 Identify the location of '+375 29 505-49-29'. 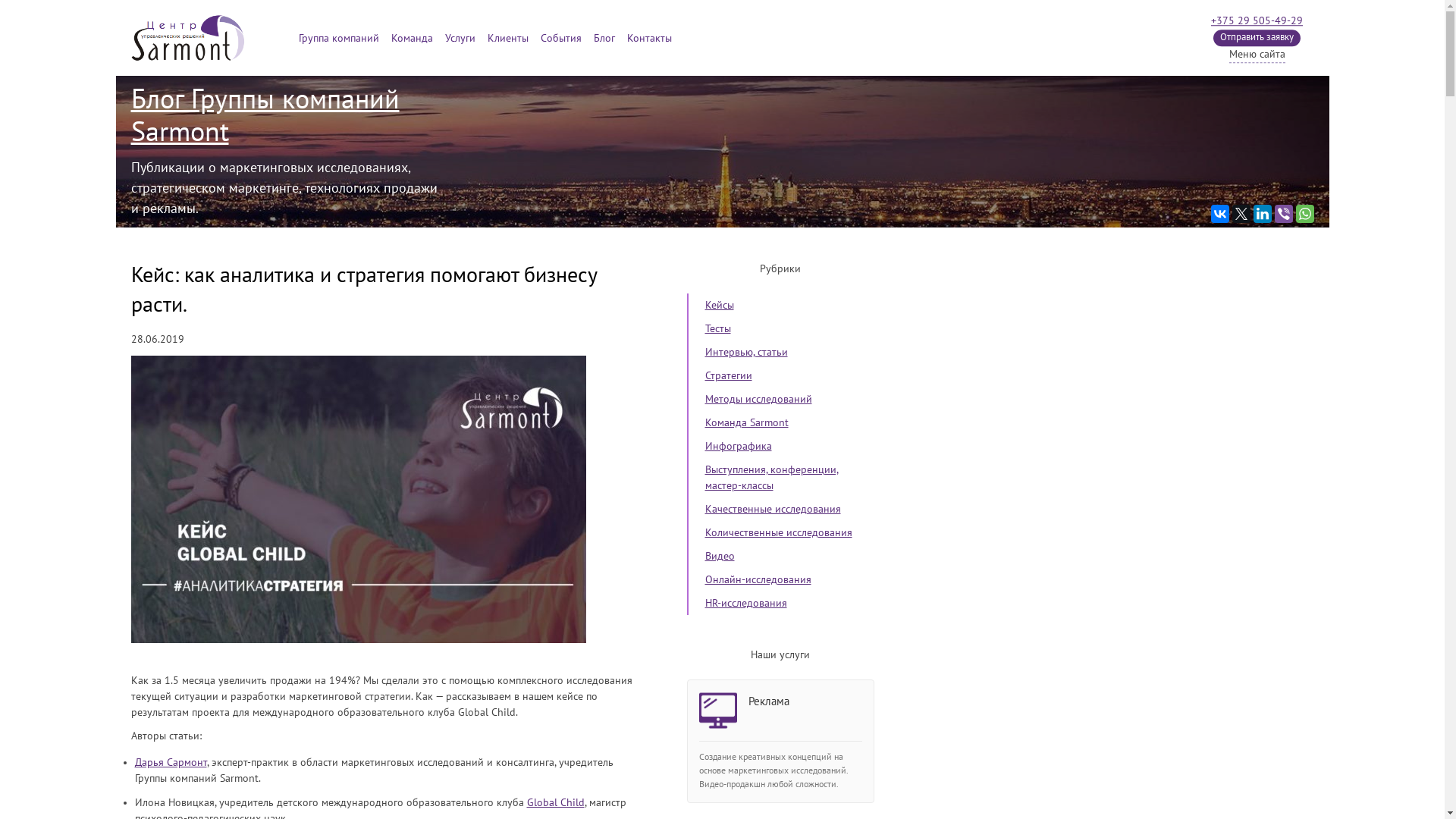
(1210, 20).